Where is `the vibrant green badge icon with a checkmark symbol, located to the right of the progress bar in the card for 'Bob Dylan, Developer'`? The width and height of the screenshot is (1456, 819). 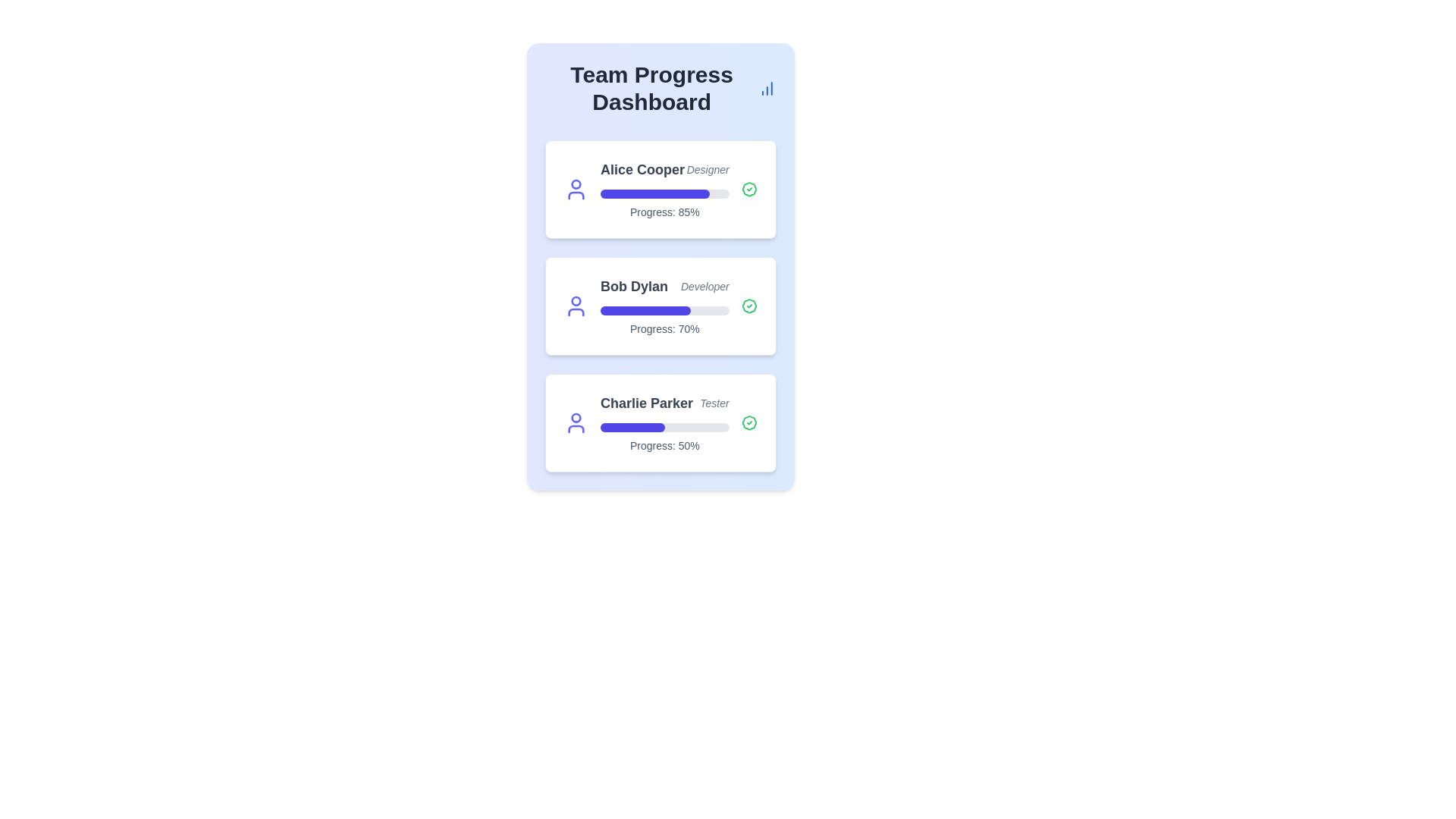 the vibrant green badge icon with a checkmark symbol, located to the right of the progress bar in the card for 'Bob Dylan, Developer' is located at coordinates (749, 306).